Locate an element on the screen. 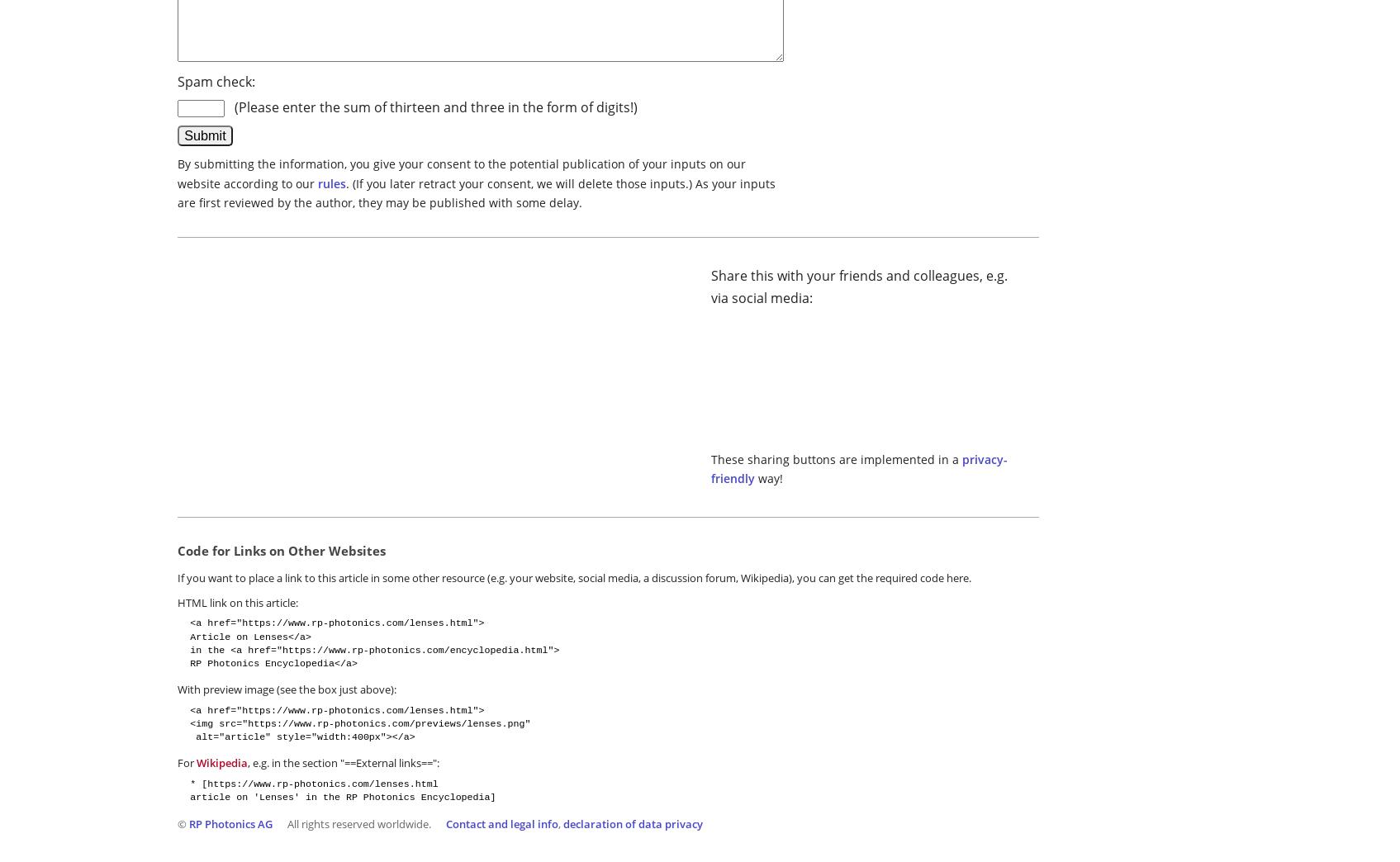 The image size is (1400, 862). 'RP Photonics AG' is located at coordinates (230, 823).